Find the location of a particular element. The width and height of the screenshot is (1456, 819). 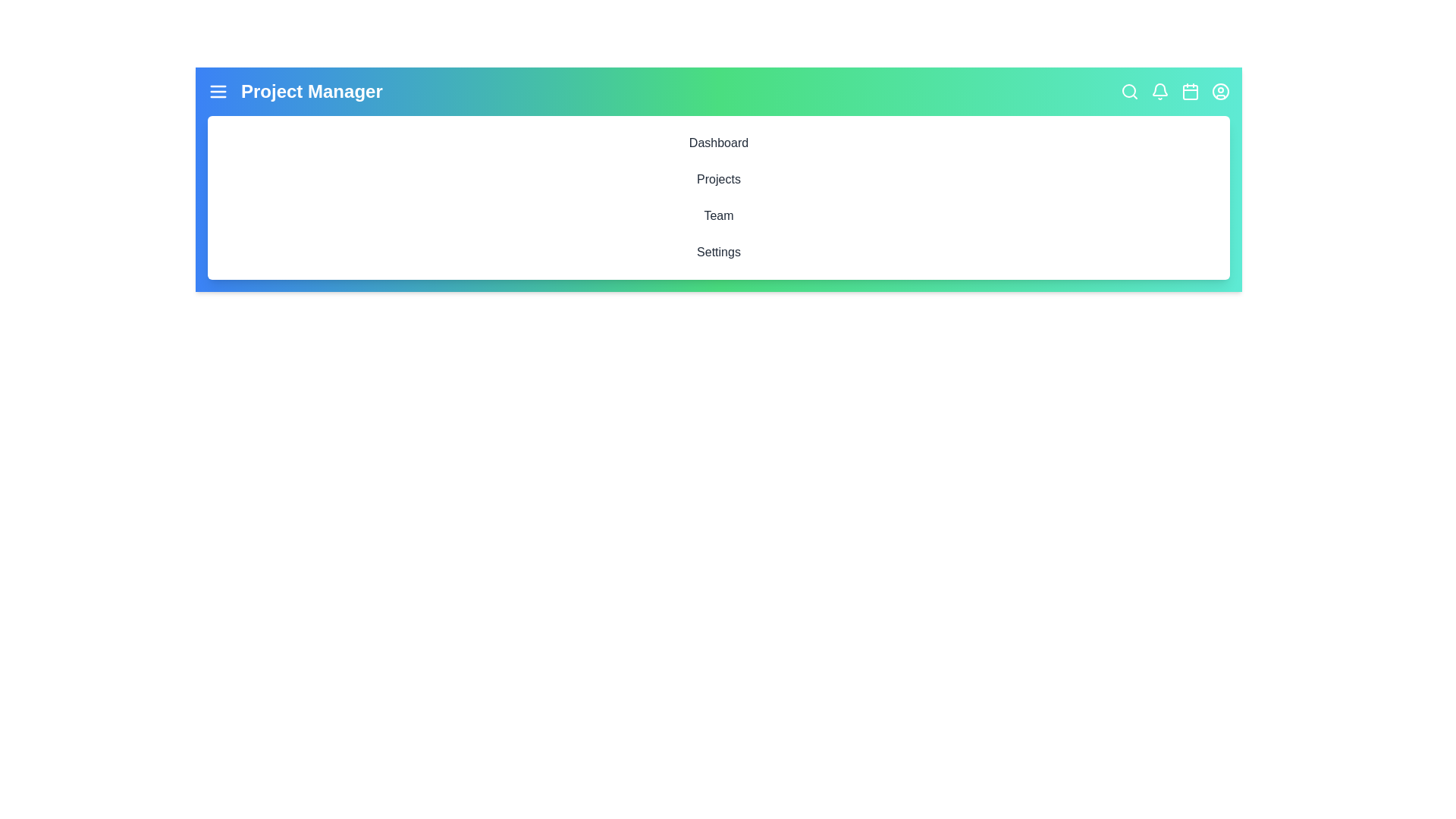

the menu item Team to navigate to the corresponding section is located at coordinates (718, 216).